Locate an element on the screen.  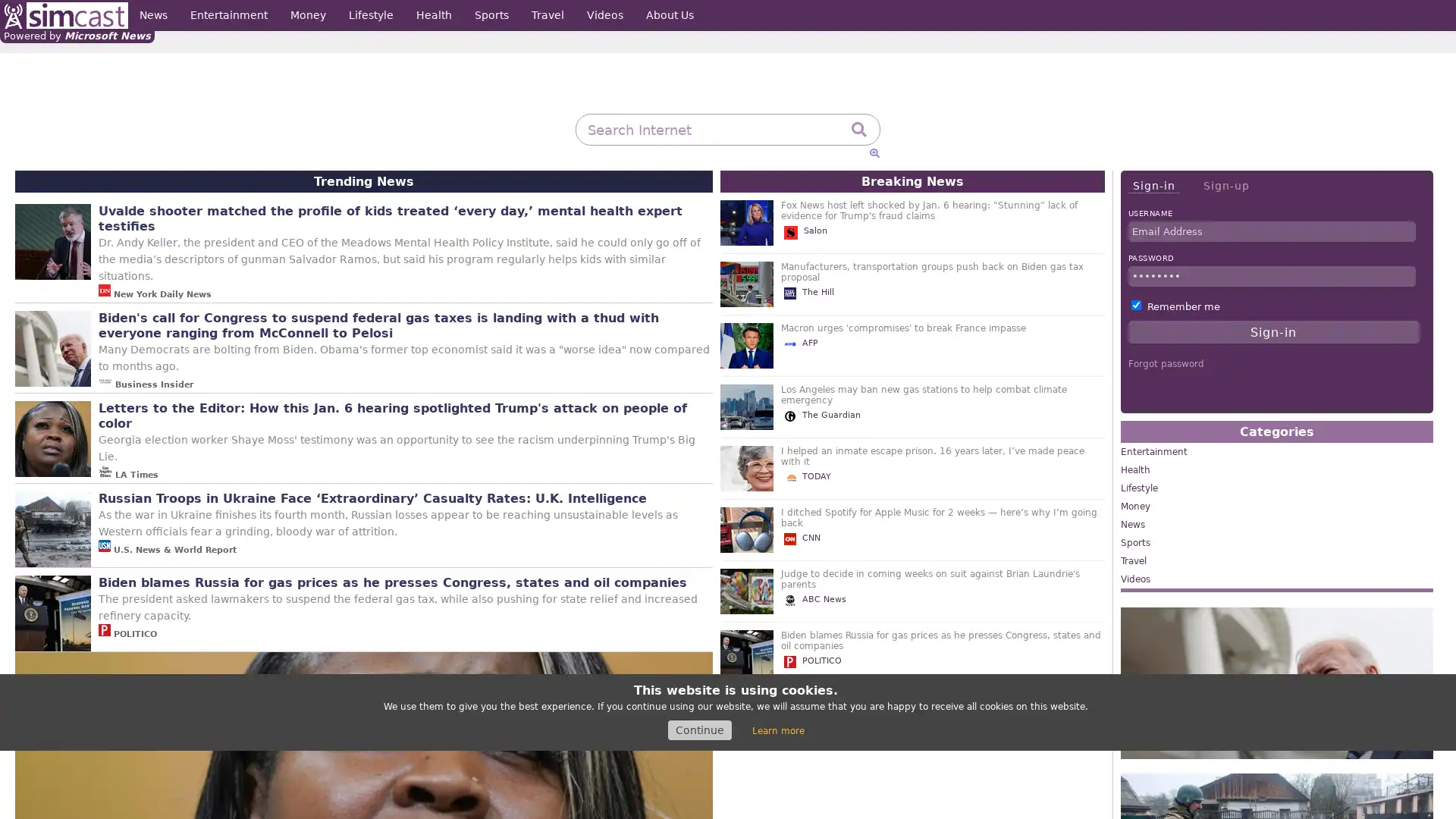
Continue is located at coordinates (698, 730).